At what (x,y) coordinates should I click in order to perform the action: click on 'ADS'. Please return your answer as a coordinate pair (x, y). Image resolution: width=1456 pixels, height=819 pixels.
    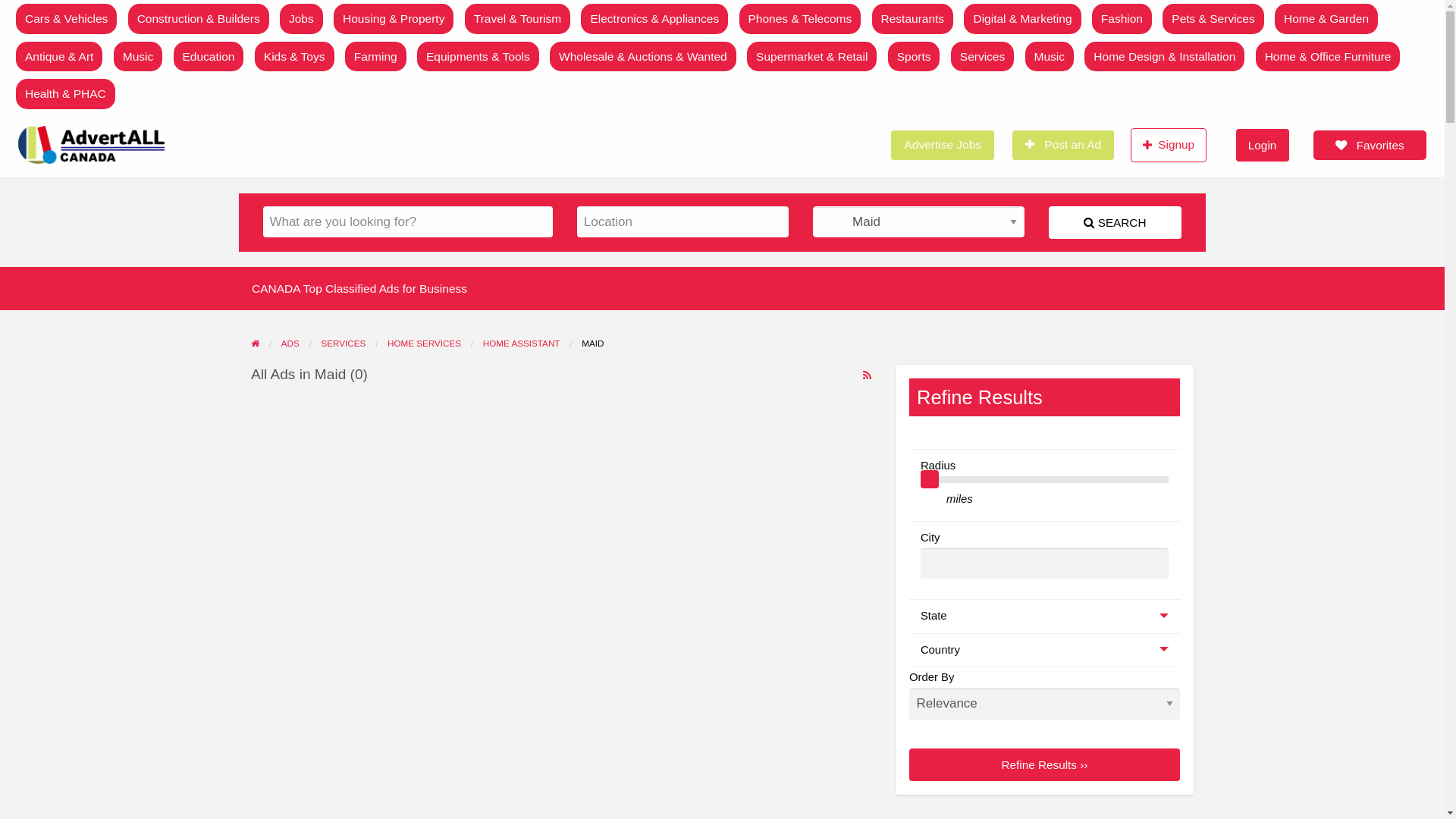
    Looking at the image, I should click on (290, 343).